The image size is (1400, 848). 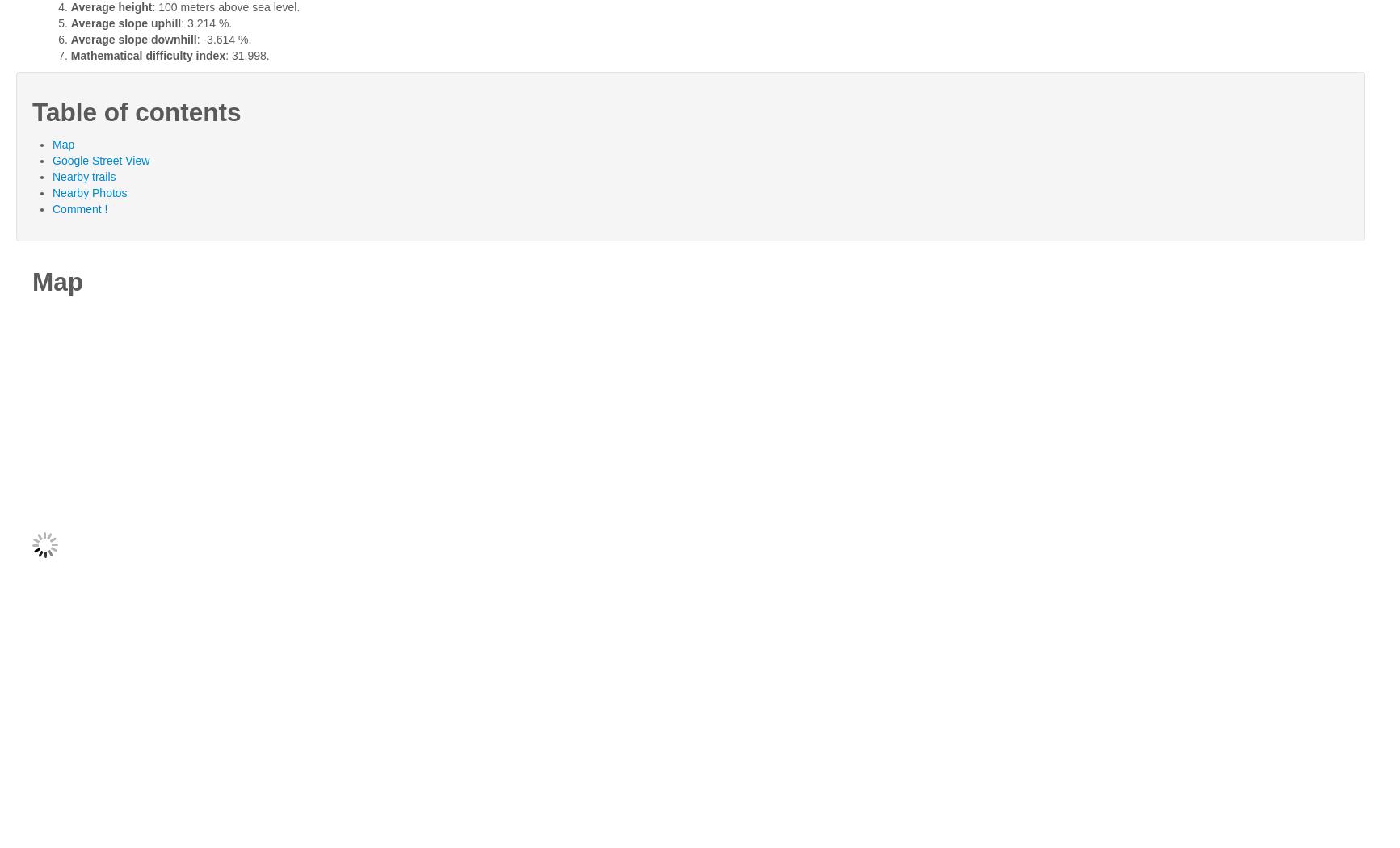 What do you see at coordinates (83, 176) in the screenshot?
I see `'Nearby trails'` at bounding box center [83, 176].